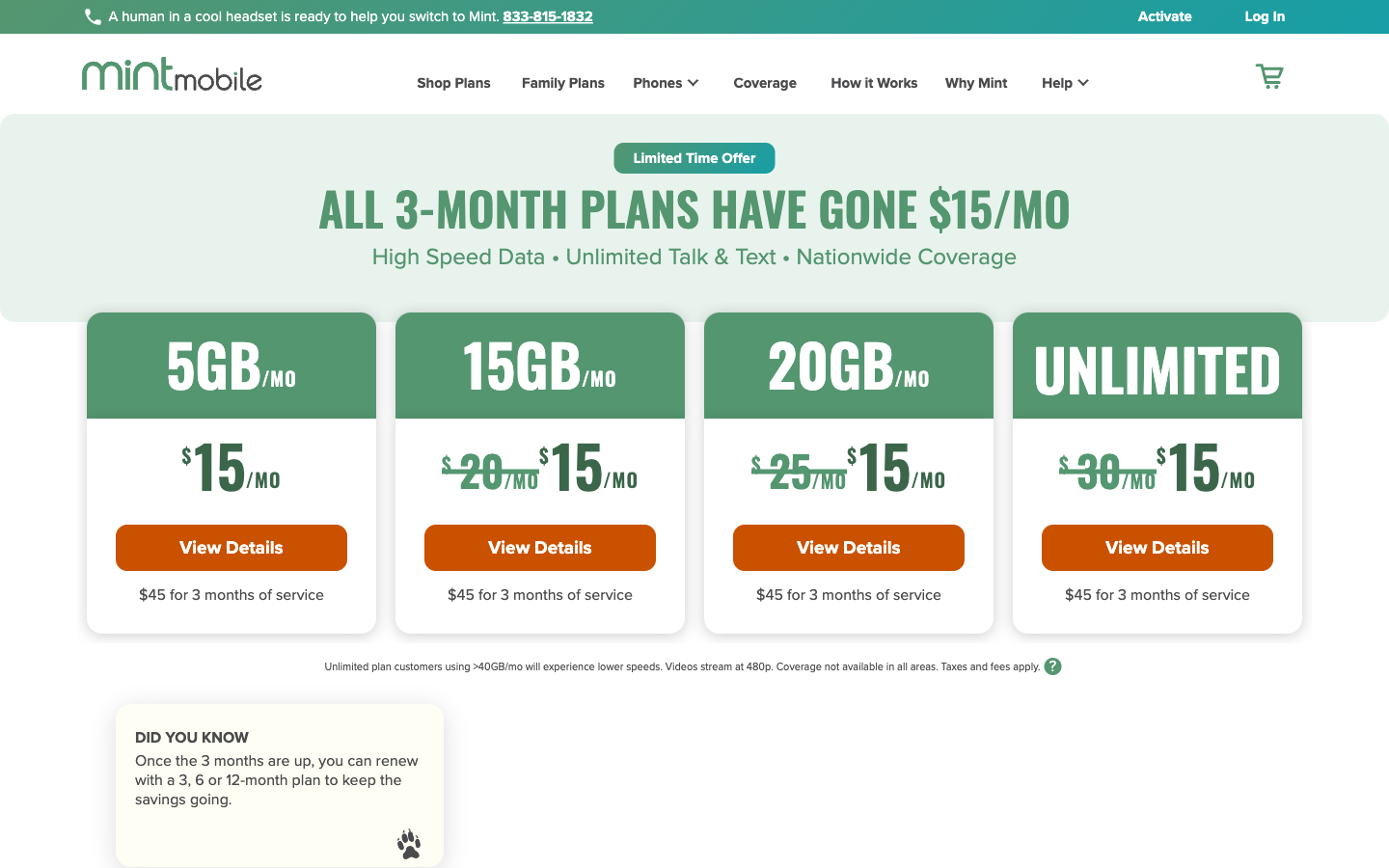  Describe the element at coordinates (651, 85) in the screenshot. I see `the Phones Section` at that location.